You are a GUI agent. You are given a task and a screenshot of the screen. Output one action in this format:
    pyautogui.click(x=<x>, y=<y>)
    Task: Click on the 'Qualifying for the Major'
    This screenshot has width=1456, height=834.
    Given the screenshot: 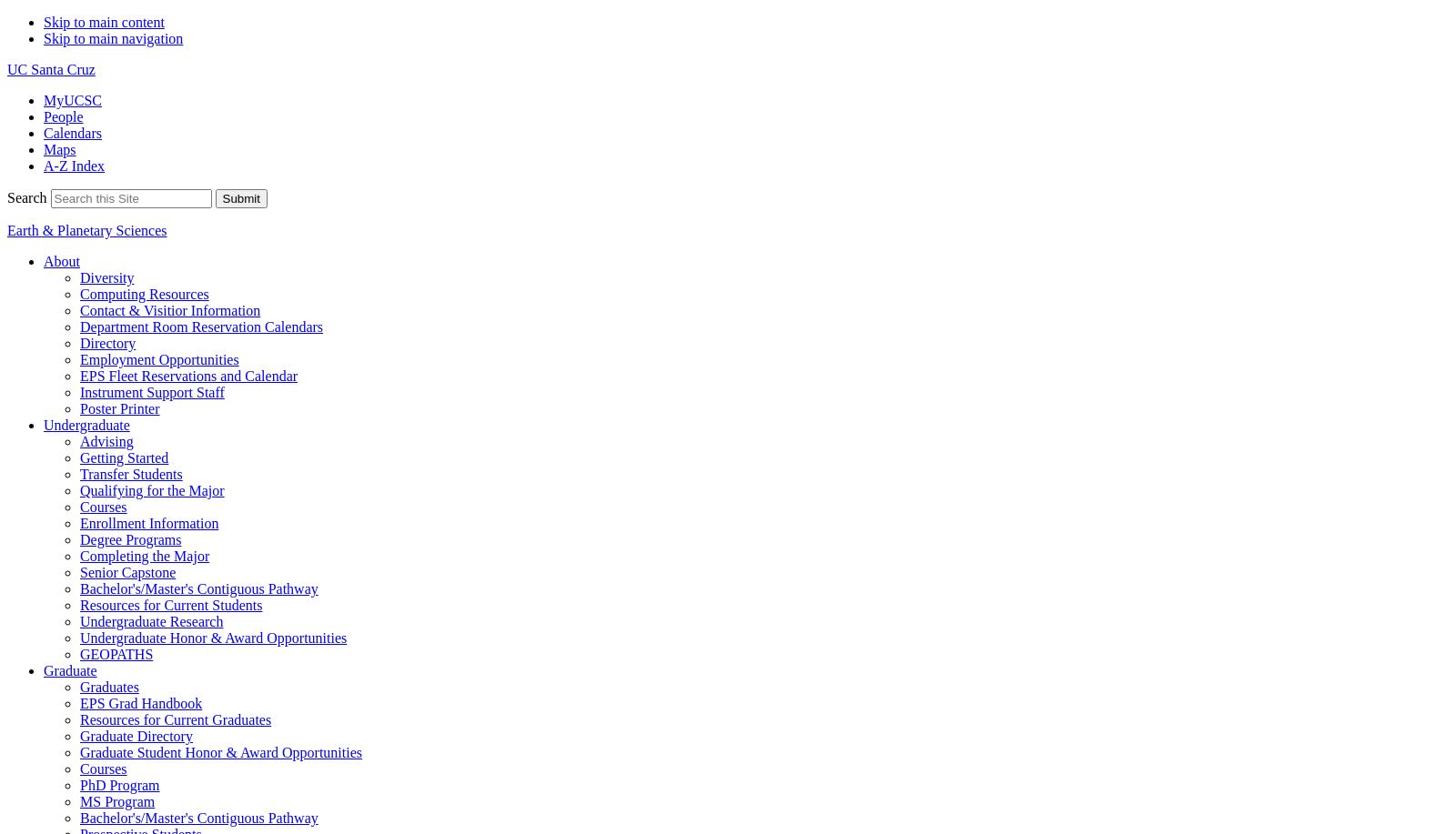 What is the action you would take?
    pyautogui.click(x=79, y=490)
    